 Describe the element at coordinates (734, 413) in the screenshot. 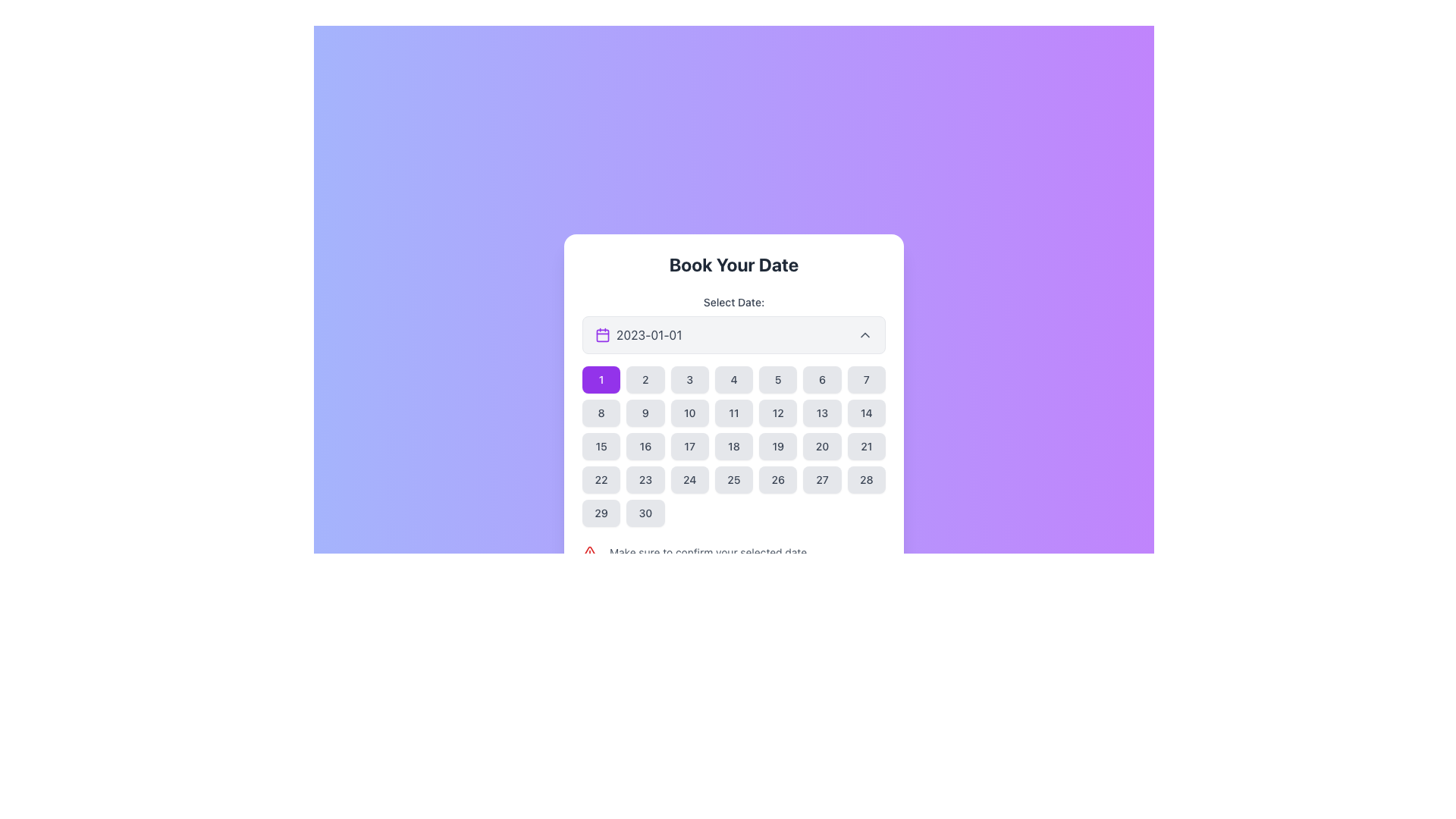

I see `the date selection button for '11' located in the fourth row and third column of the calendar interface` at that location.